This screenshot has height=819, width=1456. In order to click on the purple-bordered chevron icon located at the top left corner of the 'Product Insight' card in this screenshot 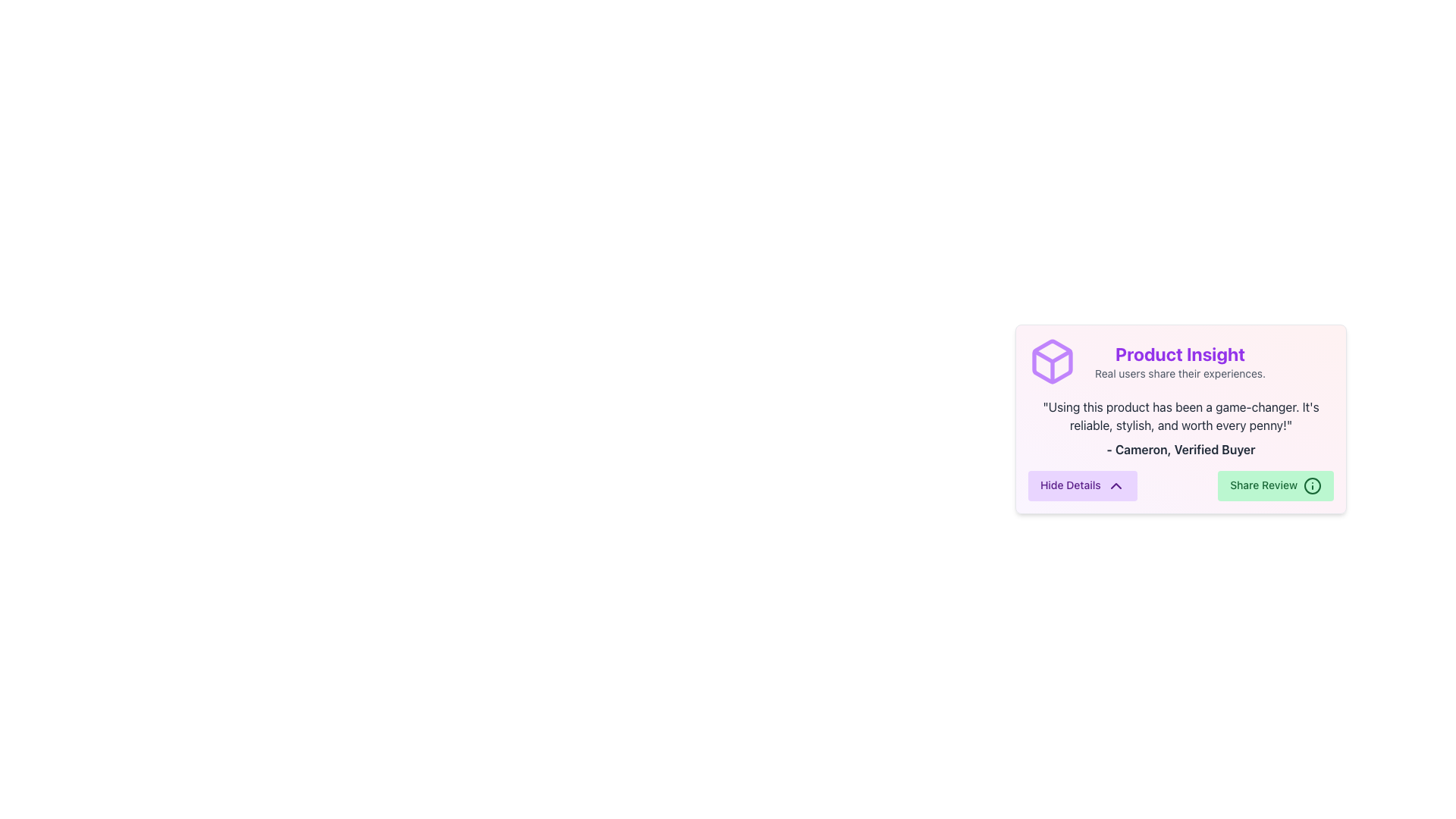, I will do `click(1051, 356)`.